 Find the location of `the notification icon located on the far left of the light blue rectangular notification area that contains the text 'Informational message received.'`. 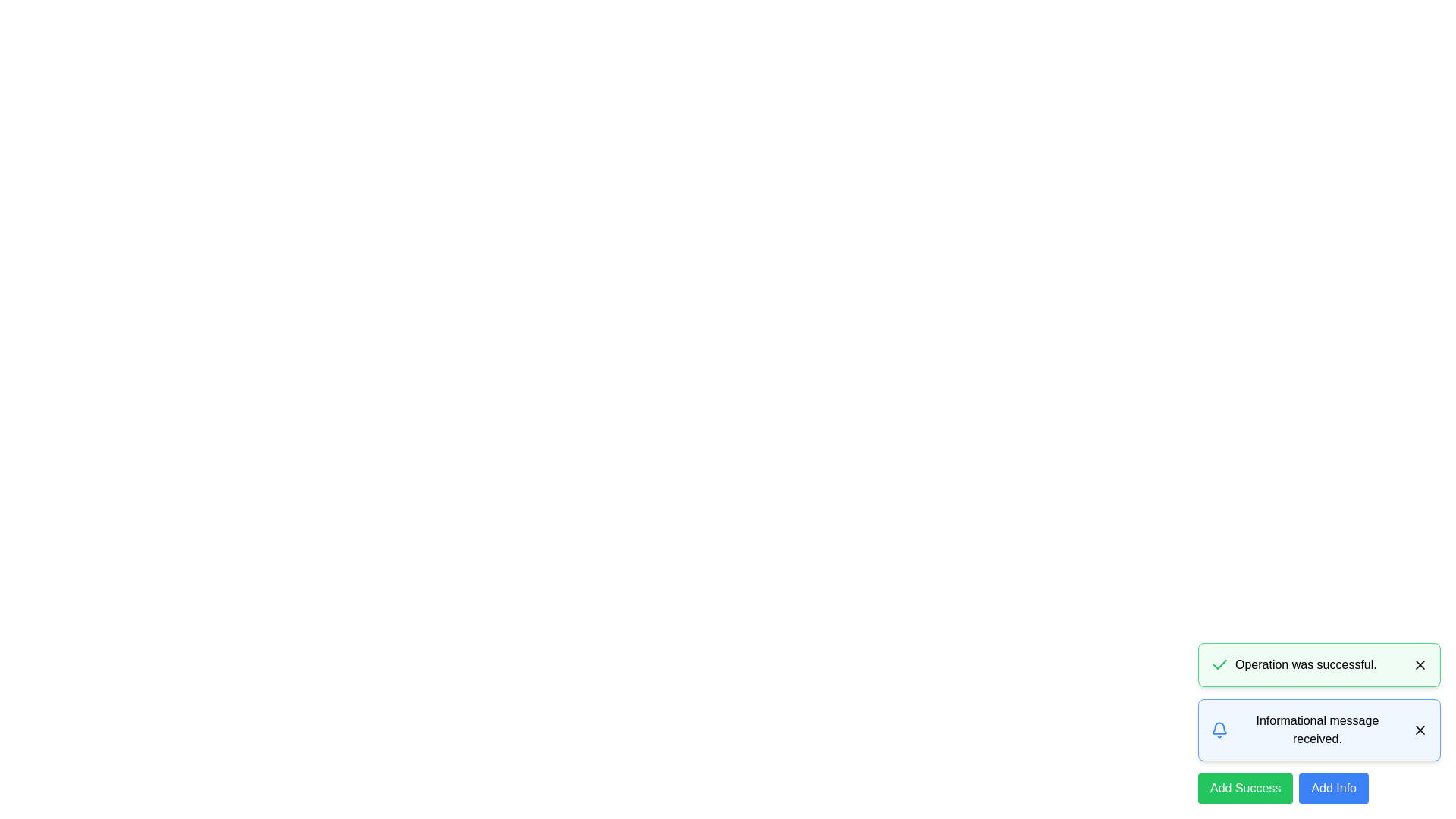

the notification icon located on the far left of the light blue rectangular notification area that contains the text 'Informational message received.' is located at coordinates (1219, 730).